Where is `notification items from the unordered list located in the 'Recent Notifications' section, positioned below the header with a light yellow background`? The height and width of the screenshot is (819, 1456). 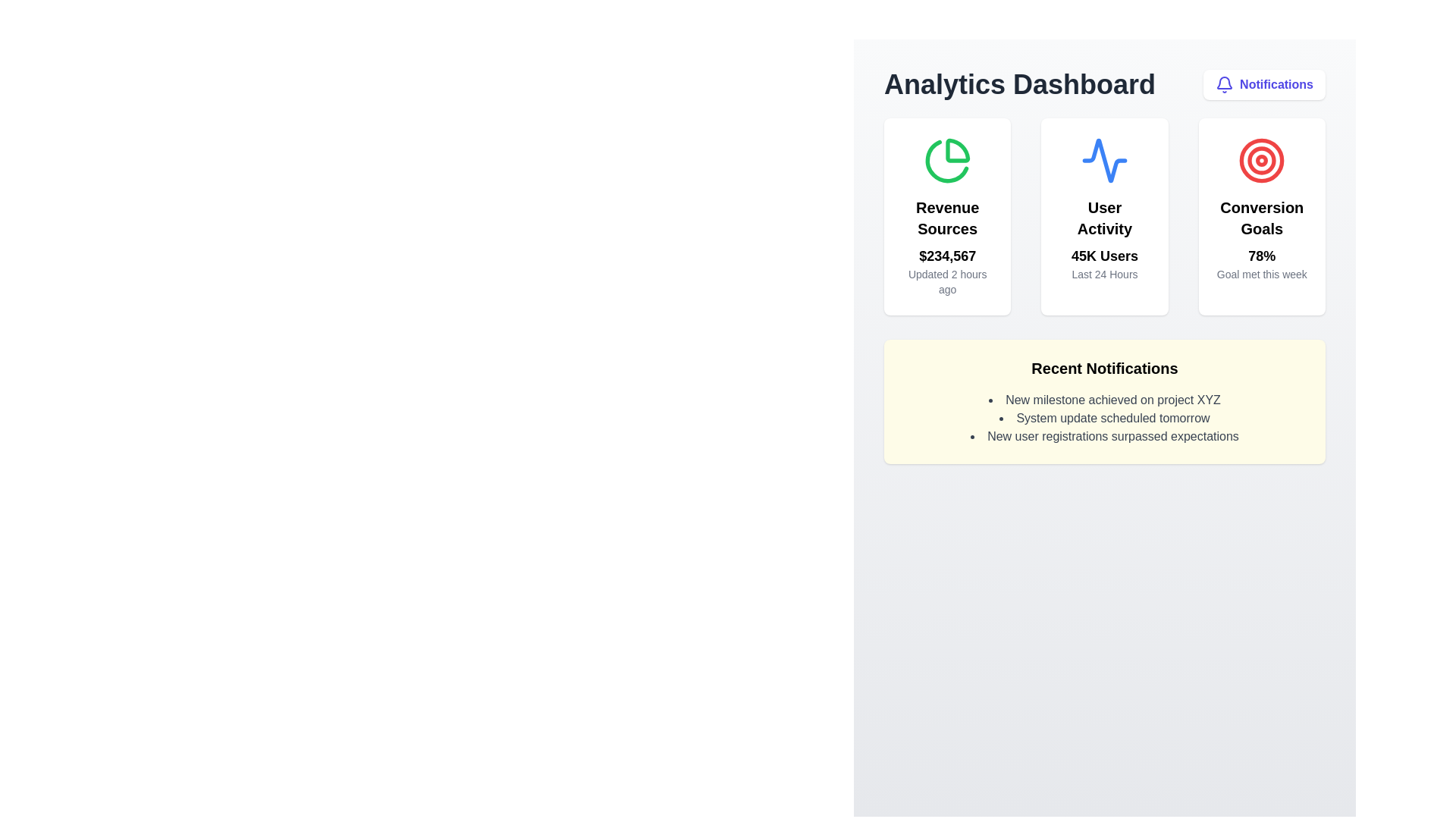
notification items from the unordered list located in the 'Recent Notifications' section, positioned below the header with a light yellow background is located at coordinates (1105, 418).